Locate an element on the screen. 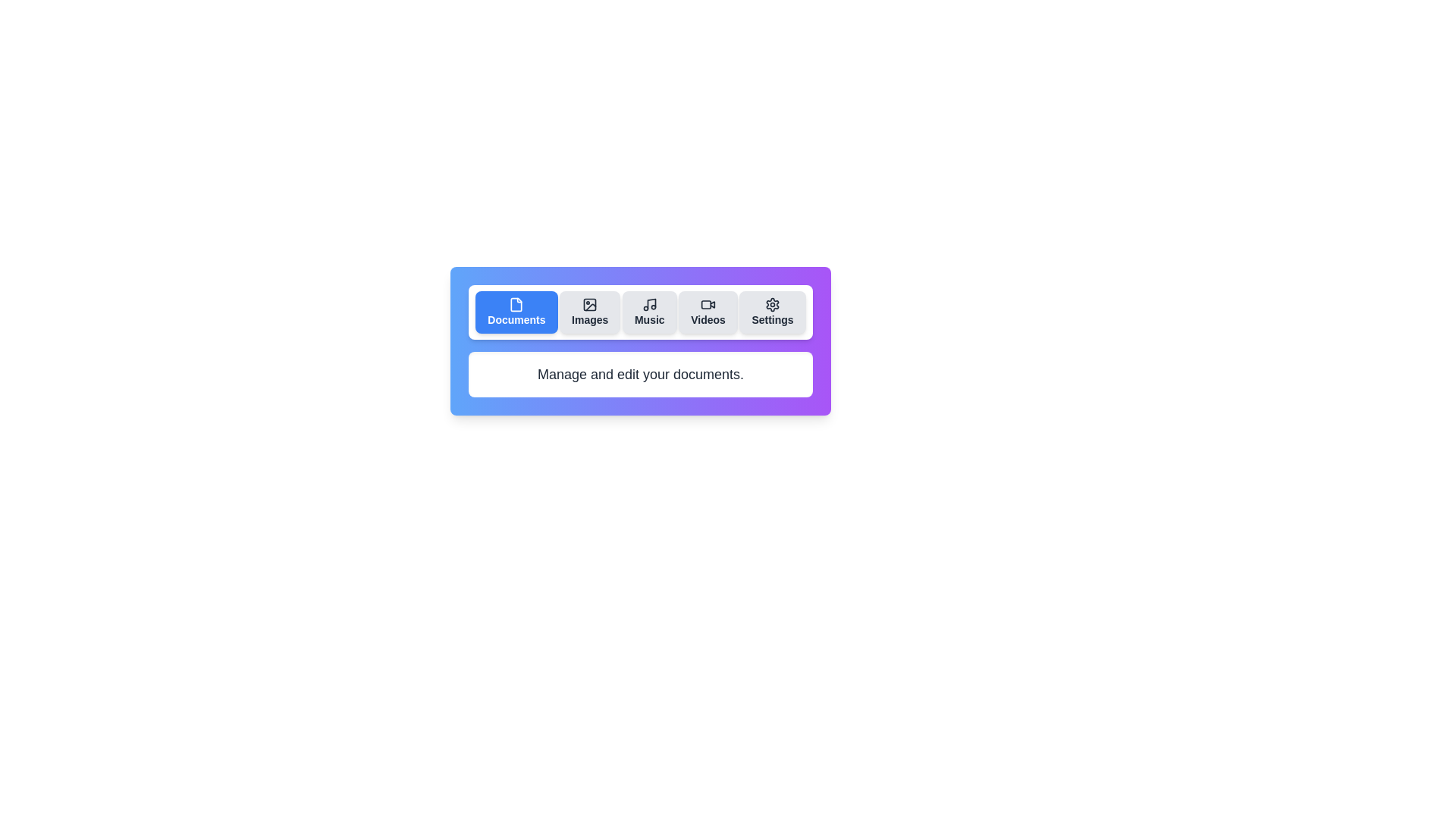  the tab labeled Documents to view its content is located at coordinates (516, 312).